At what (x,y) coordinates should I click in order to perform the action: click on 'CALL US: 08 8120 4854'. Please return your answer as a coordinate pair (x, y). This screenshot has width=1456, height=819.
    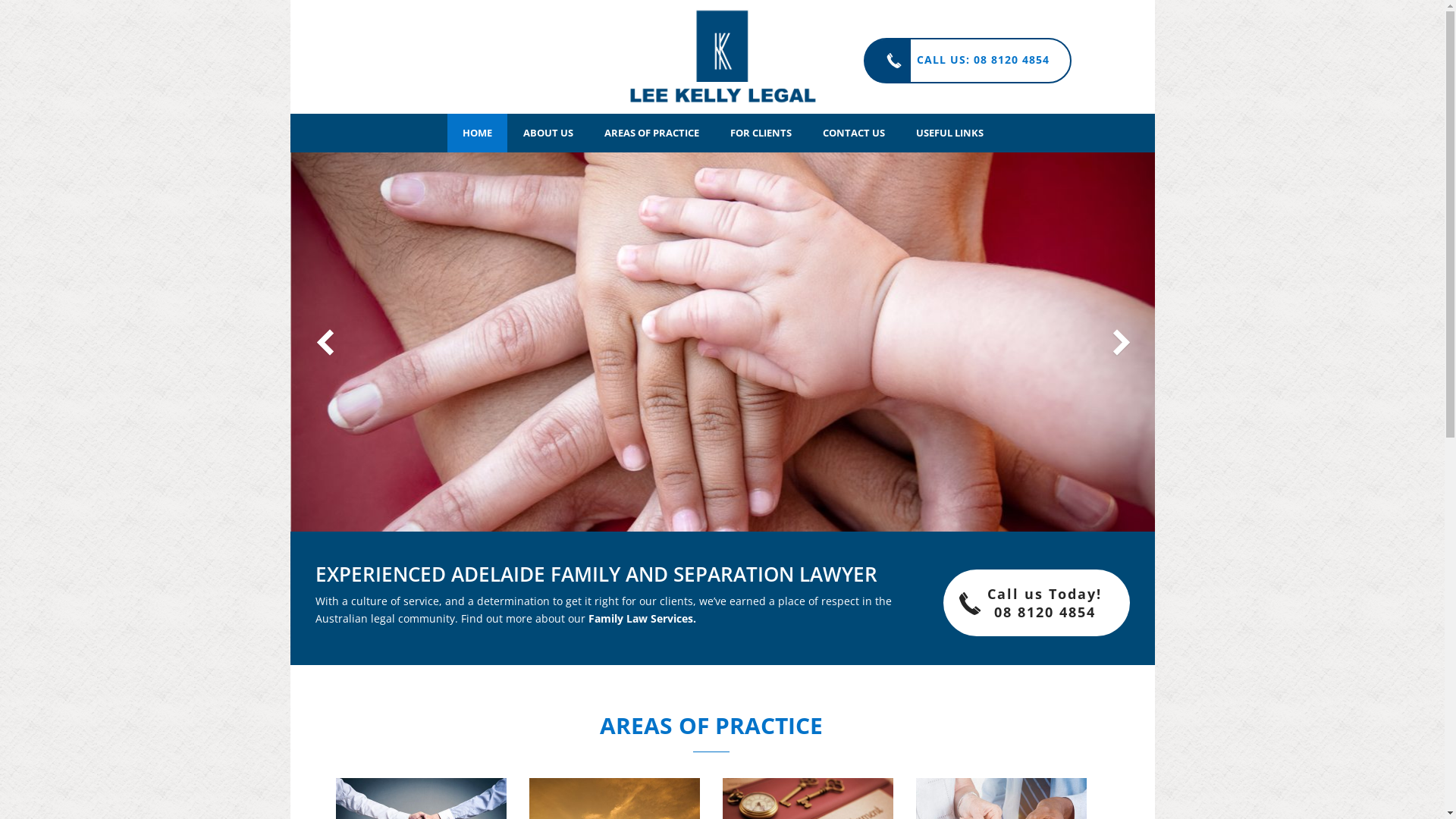
    Looking at the image, I should click on (966, 60).